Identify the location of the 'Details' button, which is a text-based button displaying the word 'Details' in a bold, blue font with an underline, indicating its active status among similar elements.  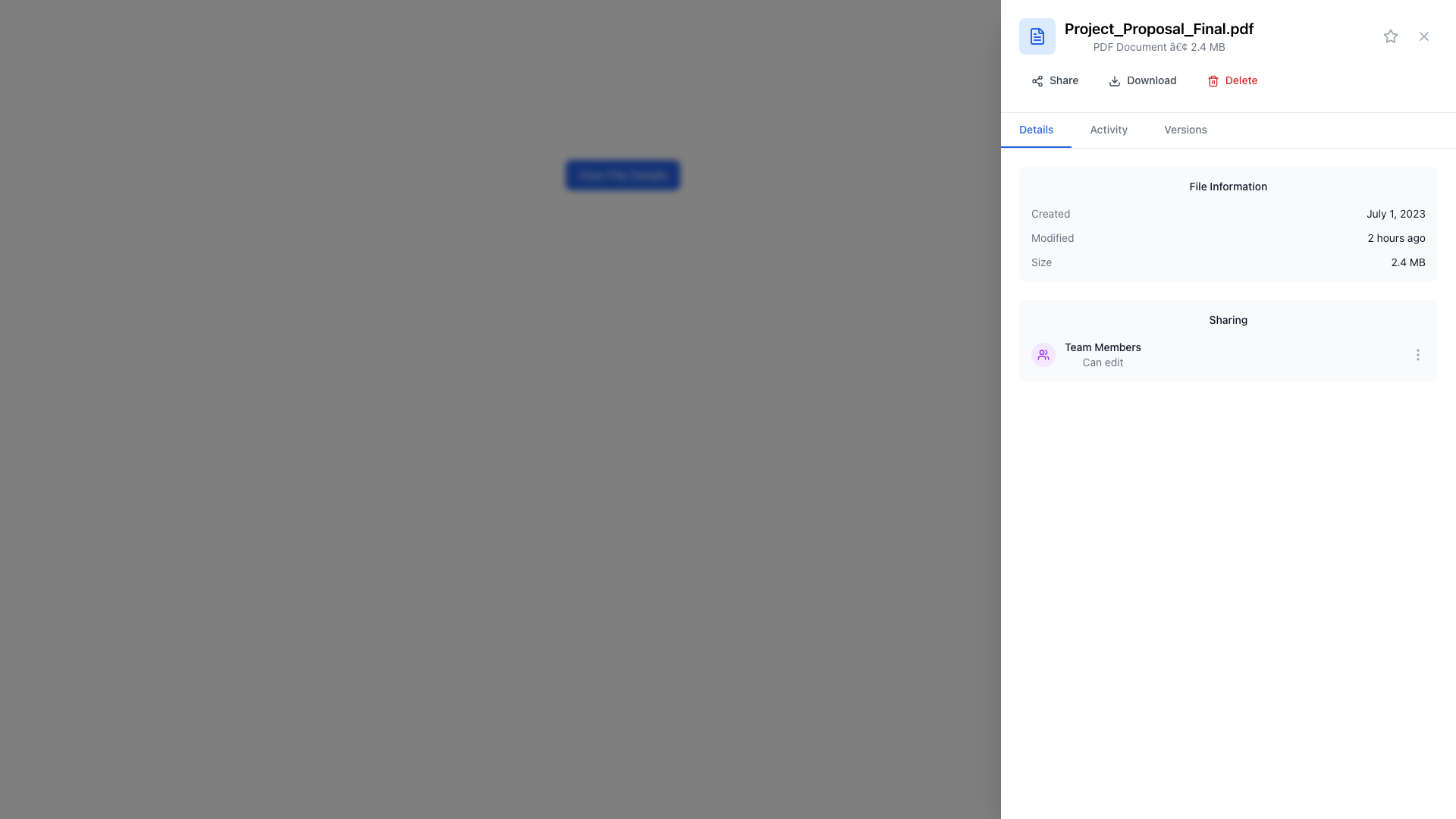
(1035, 130).